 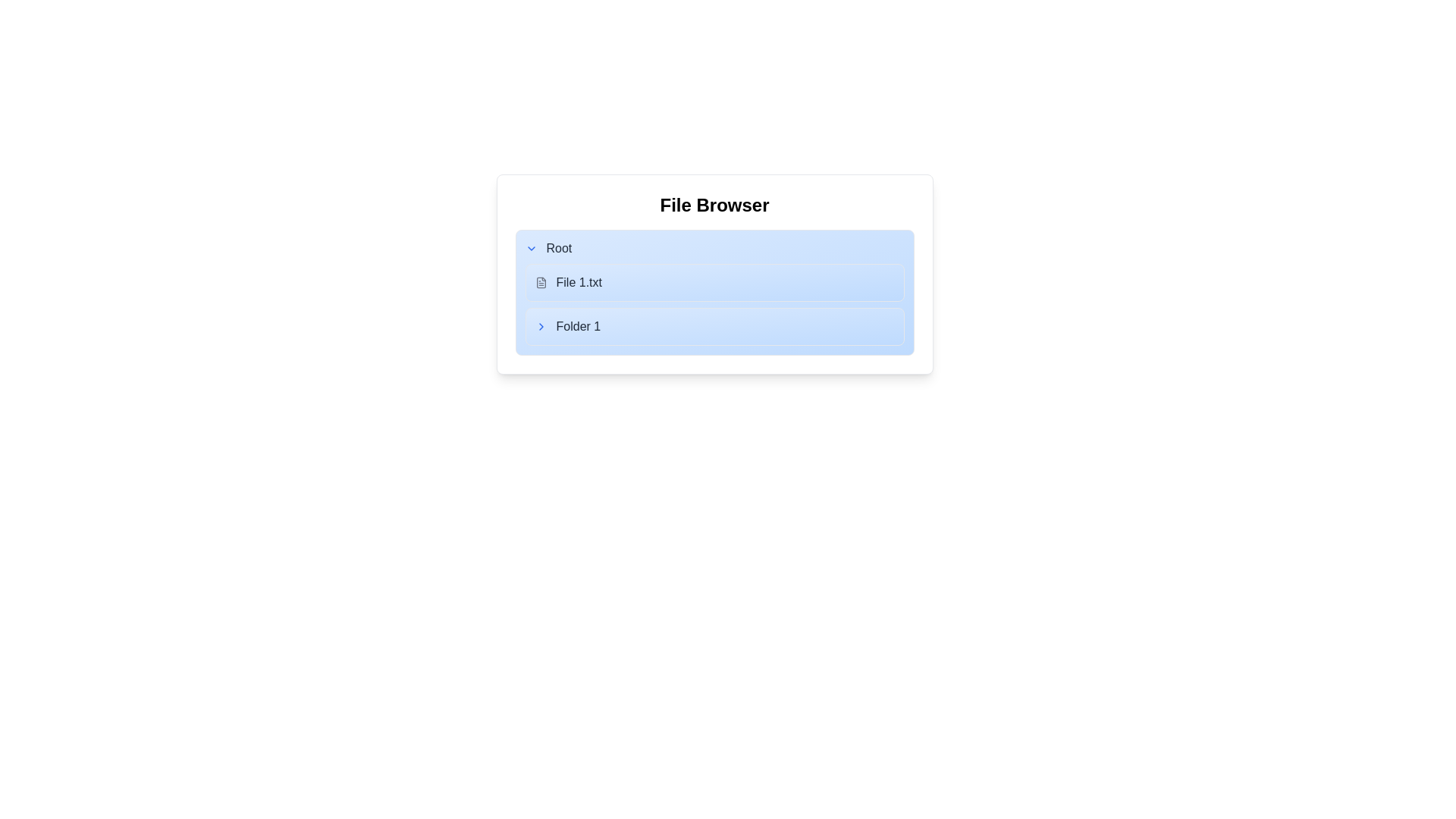 I want to click on the Text Label displaying the name of a file, located in the file browser interface under the 'Root' label and above 'Folder 1', so click(x=578, y=283).